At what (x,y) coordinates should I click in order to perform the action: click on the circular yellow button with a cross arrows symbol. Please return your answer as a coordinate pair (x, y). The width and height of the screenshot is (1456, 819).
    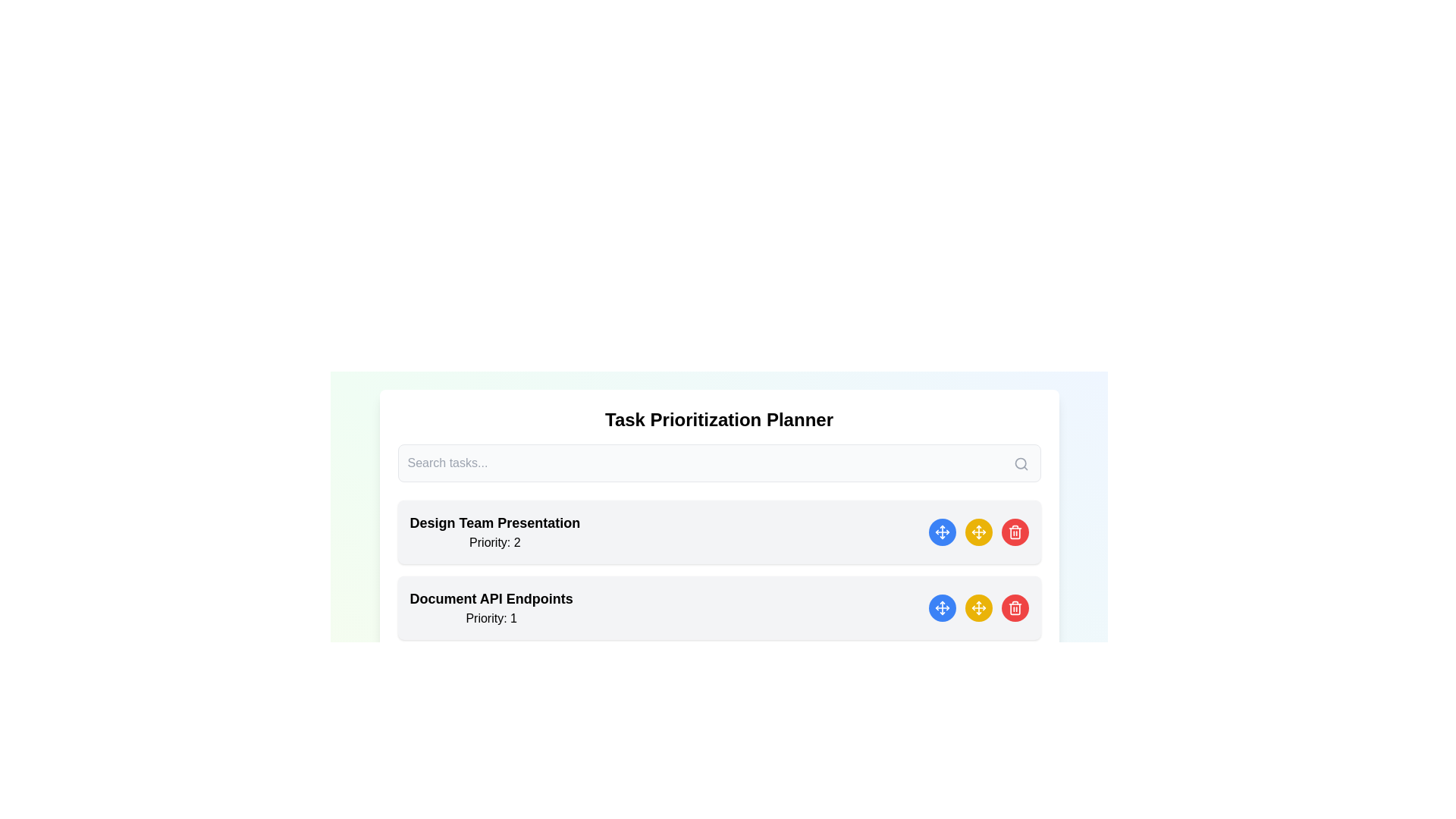
    Looking at the image, I should click on (978, 532).